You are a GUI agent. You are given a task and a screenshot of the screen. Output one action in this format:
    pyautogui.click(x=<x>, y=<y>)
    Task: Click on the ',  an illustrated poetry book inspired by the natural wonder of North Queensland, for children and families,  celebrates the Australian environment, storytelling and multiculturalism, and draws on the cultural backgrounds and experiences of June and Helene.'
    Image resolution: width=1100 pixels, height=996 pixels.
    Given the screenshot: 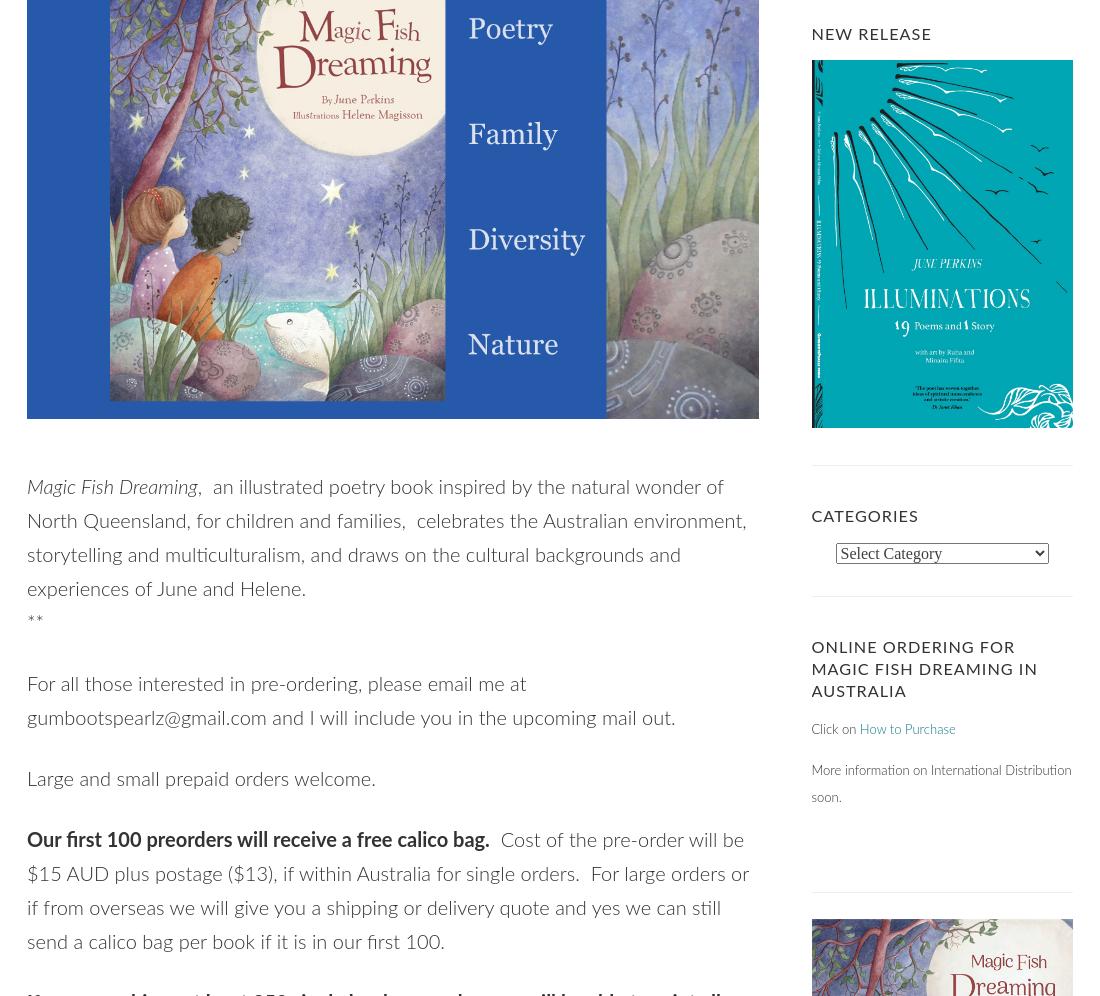 What is the action you would take?
    pyautogui.click(x=25, y=539)
    